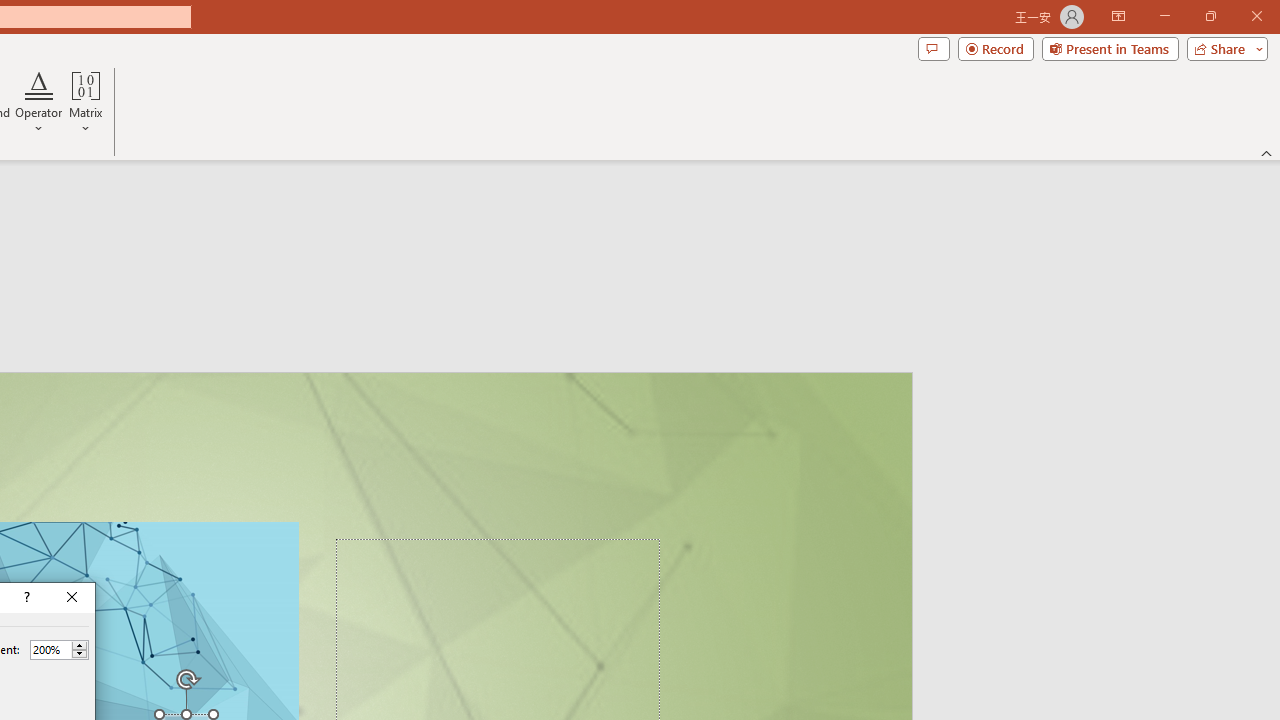 The width and height of the screenshot is (1280, 720). Describe the element at coordinates (25, 596) in the screenshot. I see `'Context help'` at that location.